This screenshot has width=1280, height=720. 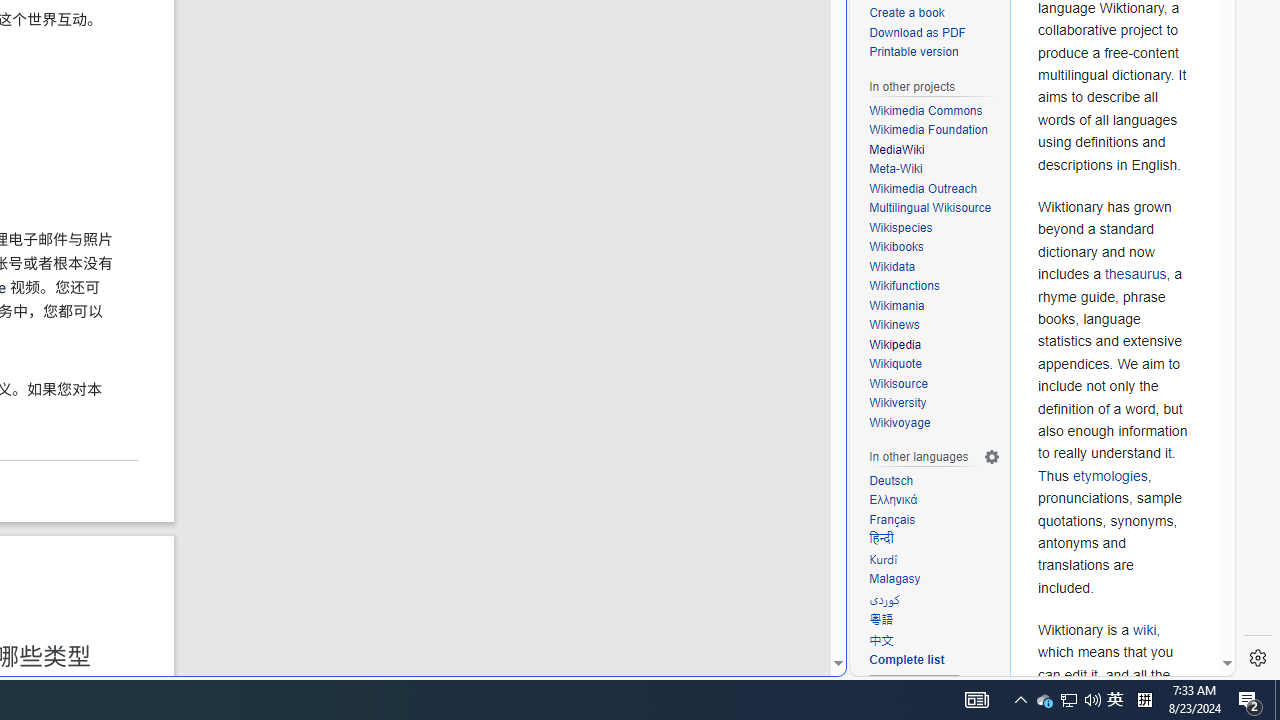 What do you see at coordinates (905, 13) in the screenshot?
I see `'Create a book'` at bounding box center [905, 13].